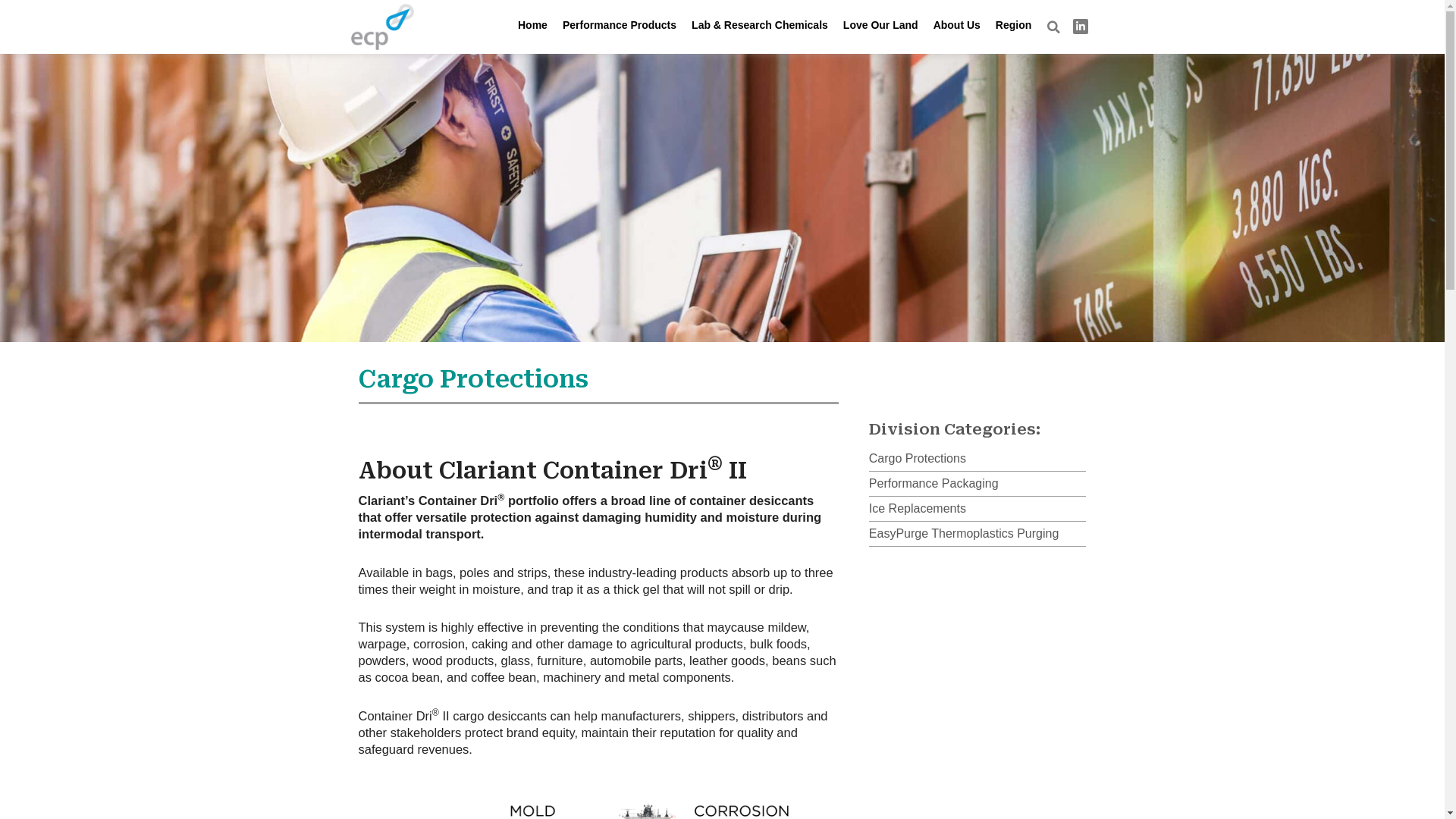 This screenshot has height=819, width=1456. What do you see at coordinates (1013, 27) in the screenshot?
I see `'Region'` at bounding box center [1013, 27].